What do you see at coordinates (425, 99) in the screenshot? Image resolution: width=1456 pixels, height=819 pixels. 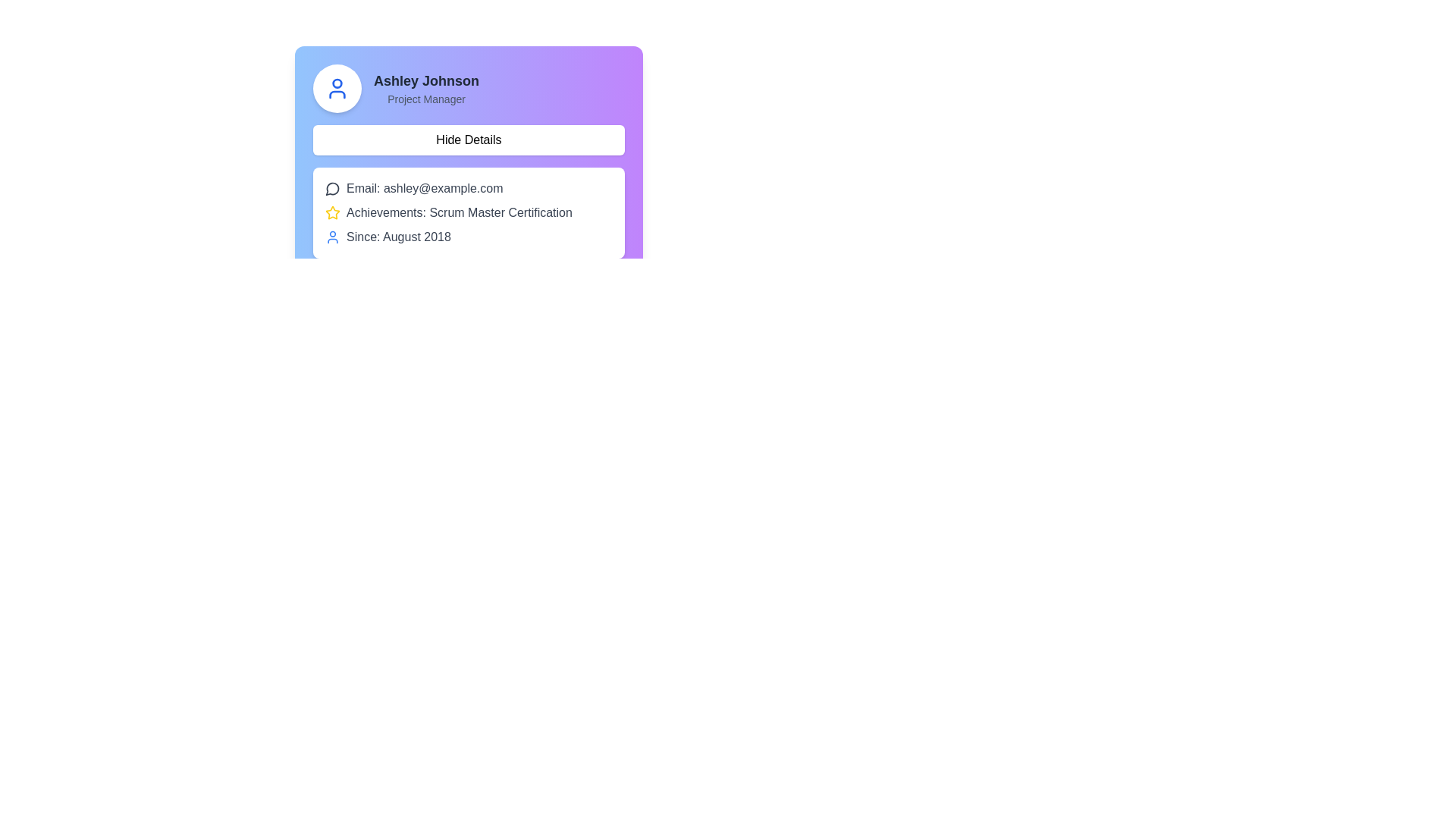 I see `the text label that reads 'Project Manager', which is styled with a smaller font size and gray color, positioned below the 'Ashley Johnson' label` at bounding box center [425, 99].